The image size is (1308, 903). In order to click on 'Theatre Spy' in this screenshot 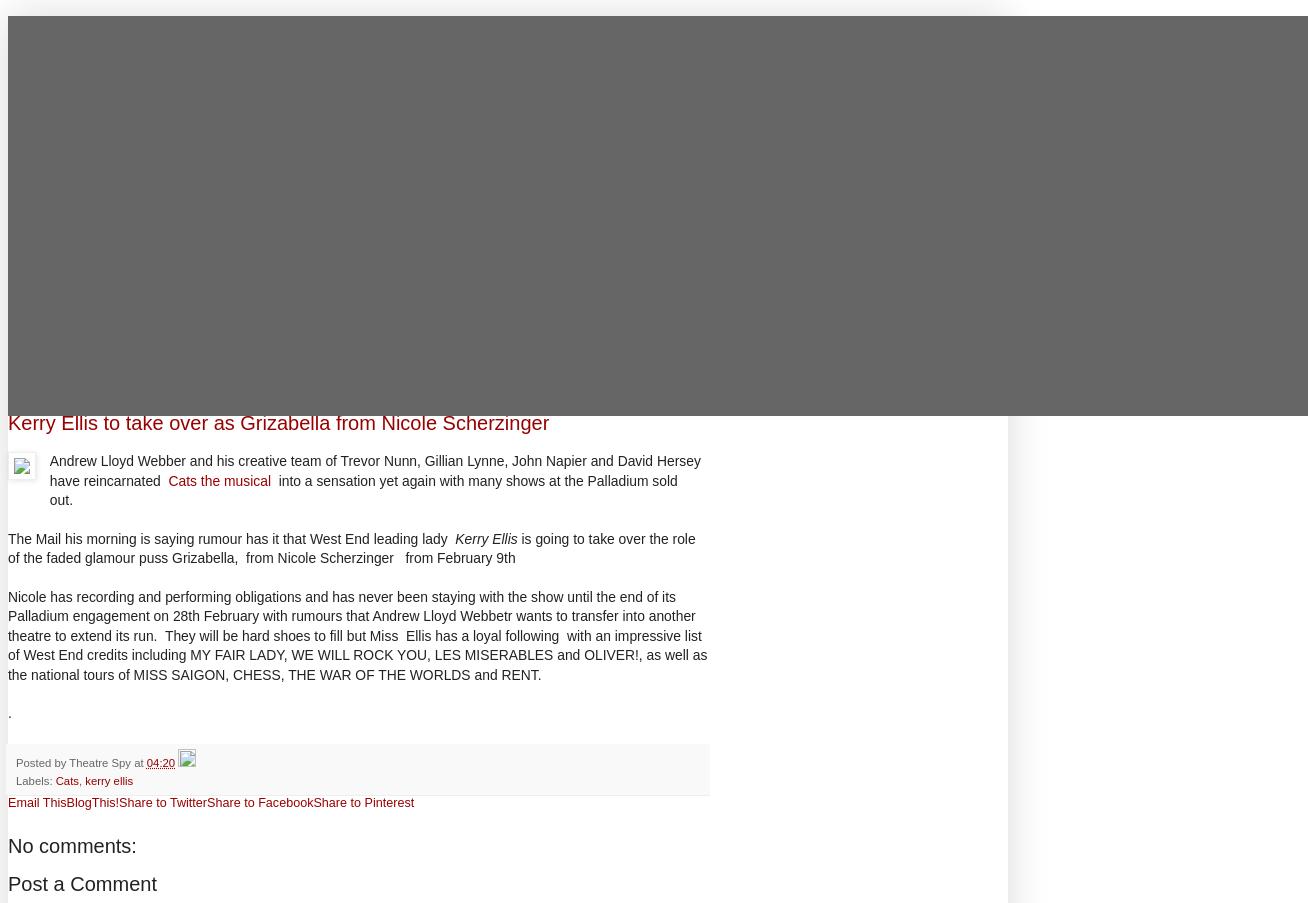, I will do `click(99, 762)`.